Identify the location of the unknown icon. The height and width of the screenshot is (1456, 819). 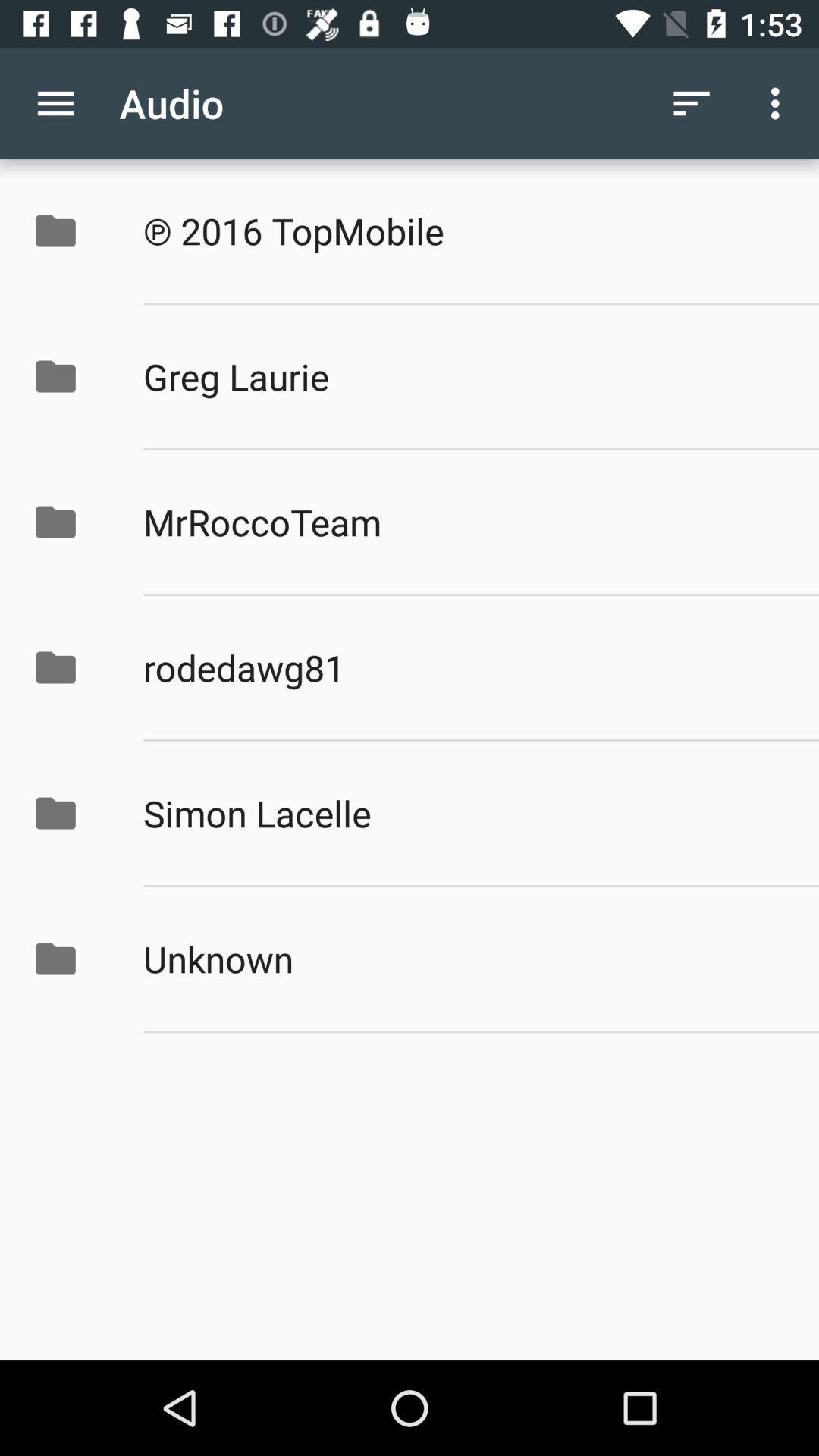
(464, 958).